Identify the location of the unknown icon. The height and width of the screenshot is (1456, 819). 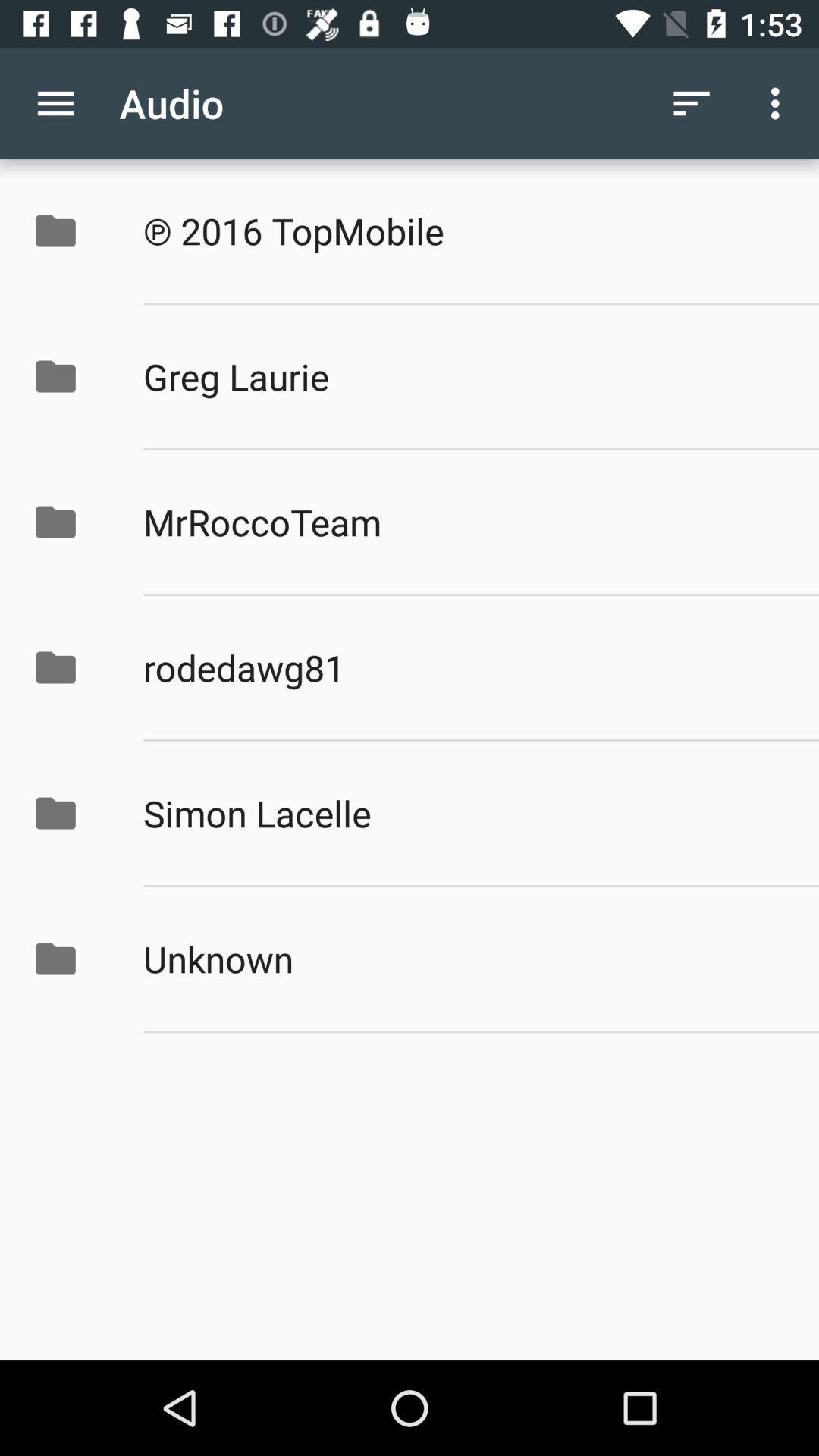
(464, 958).